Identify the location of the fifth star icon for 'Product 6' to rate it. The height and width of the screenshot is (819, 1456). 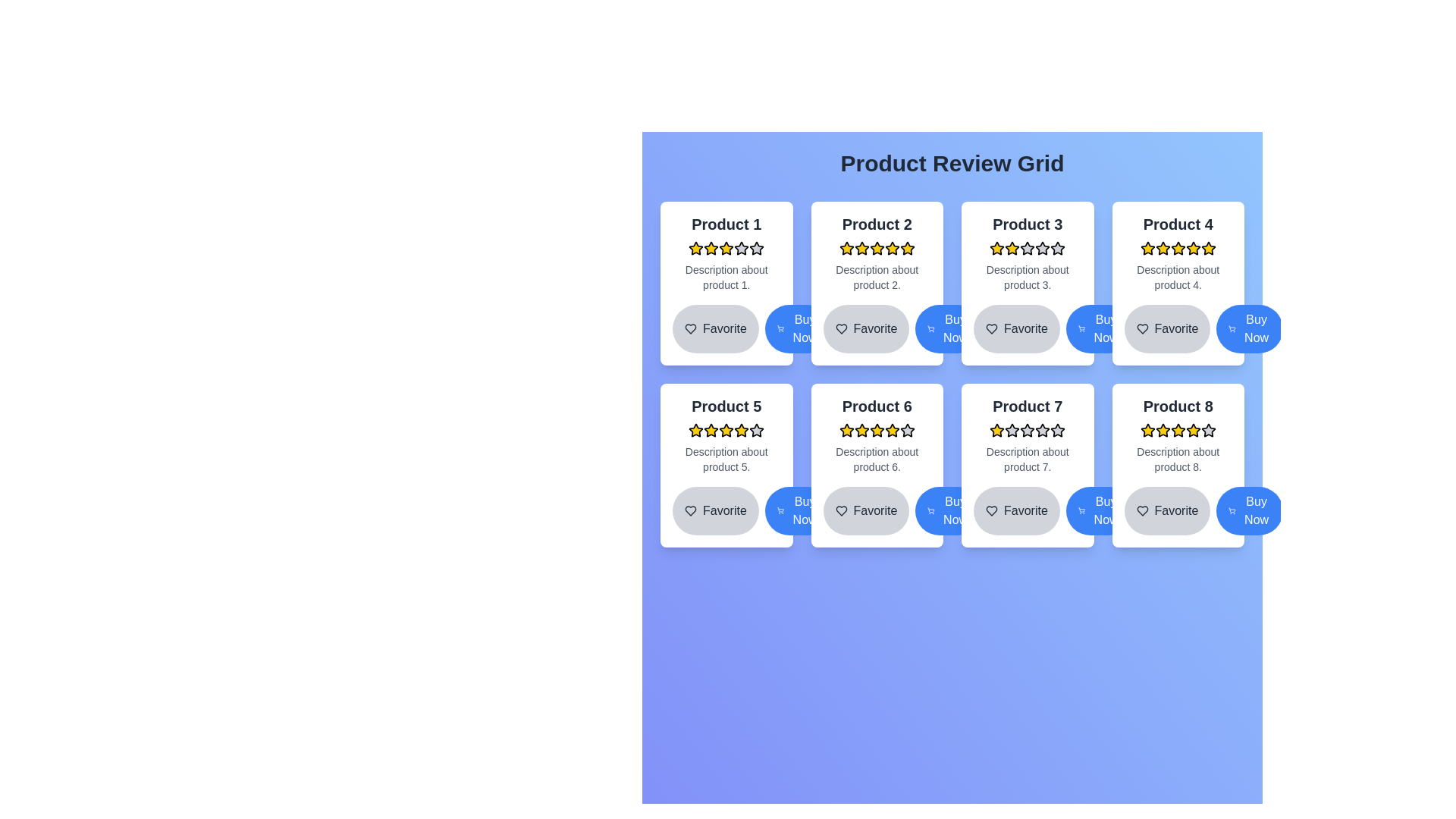
(907, 430).